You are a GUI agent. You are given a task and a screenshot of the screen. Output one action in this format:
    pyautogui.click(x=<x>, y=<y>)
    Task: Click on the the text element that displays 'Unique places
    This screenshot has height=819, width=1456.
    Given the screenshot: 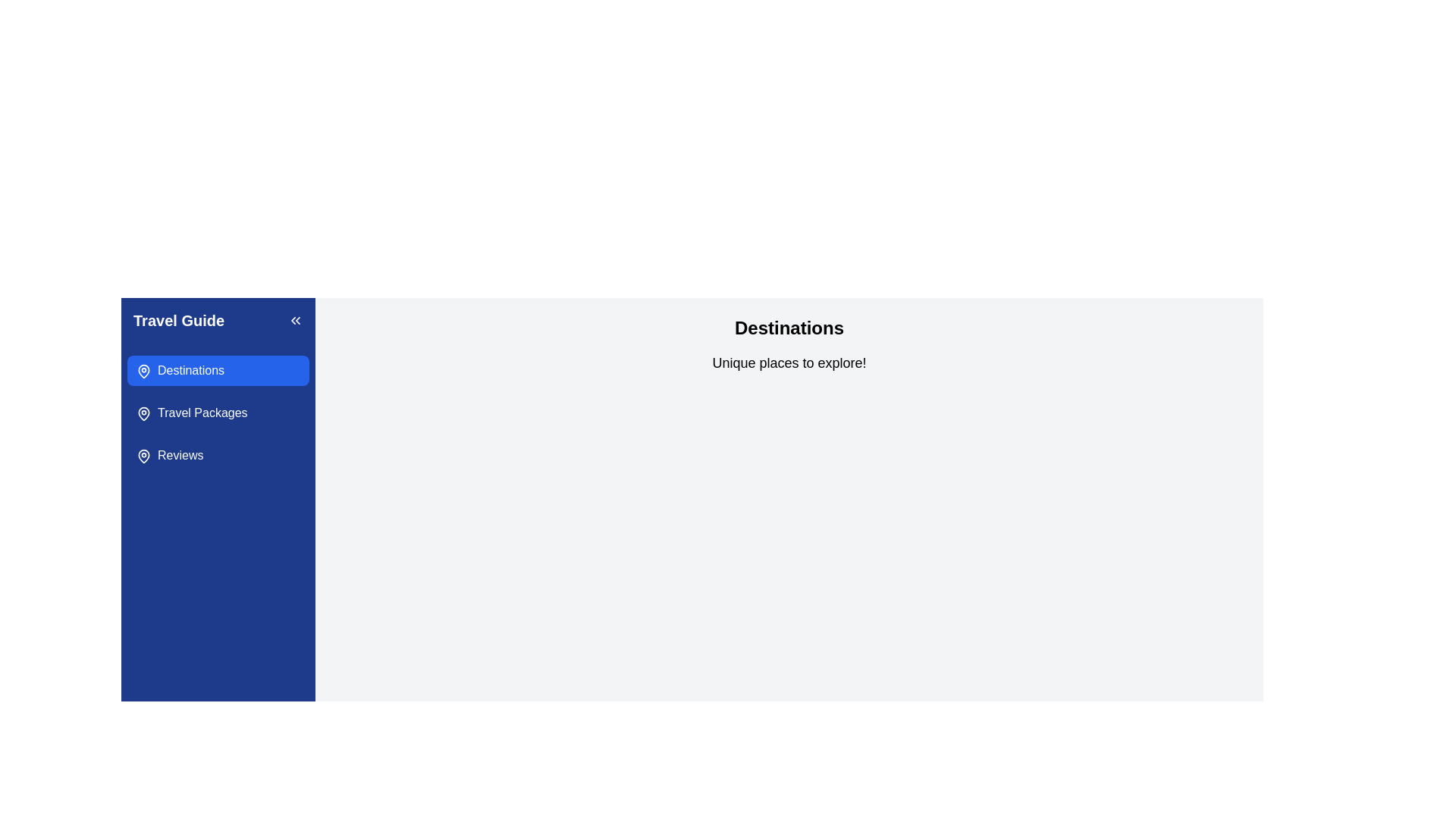 What is the action you would take?
    pyautogui.click(x=789, y=362)
    